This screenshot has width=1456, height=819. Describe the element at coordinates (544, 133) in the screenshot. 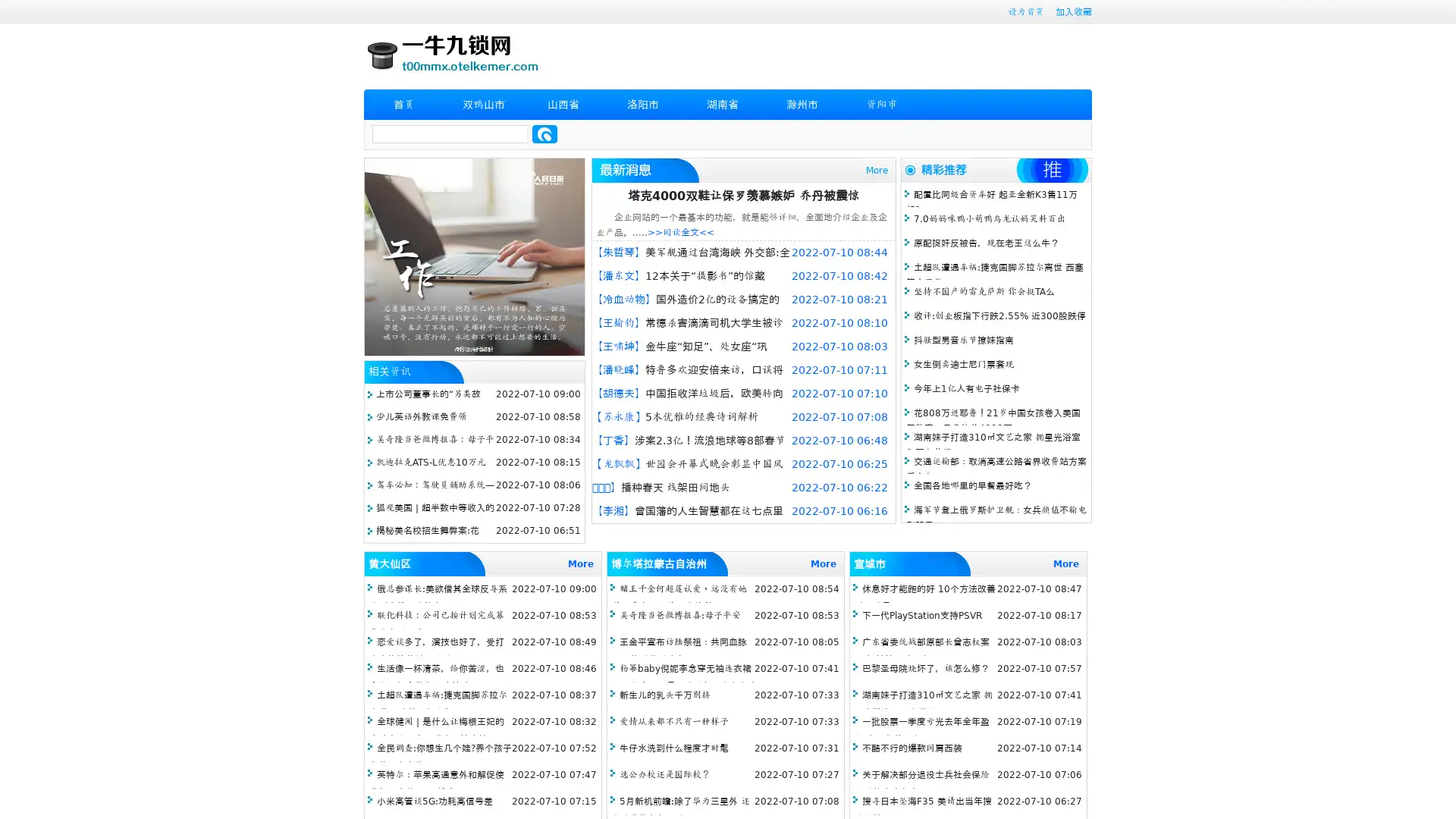

I see `Search` at that location.